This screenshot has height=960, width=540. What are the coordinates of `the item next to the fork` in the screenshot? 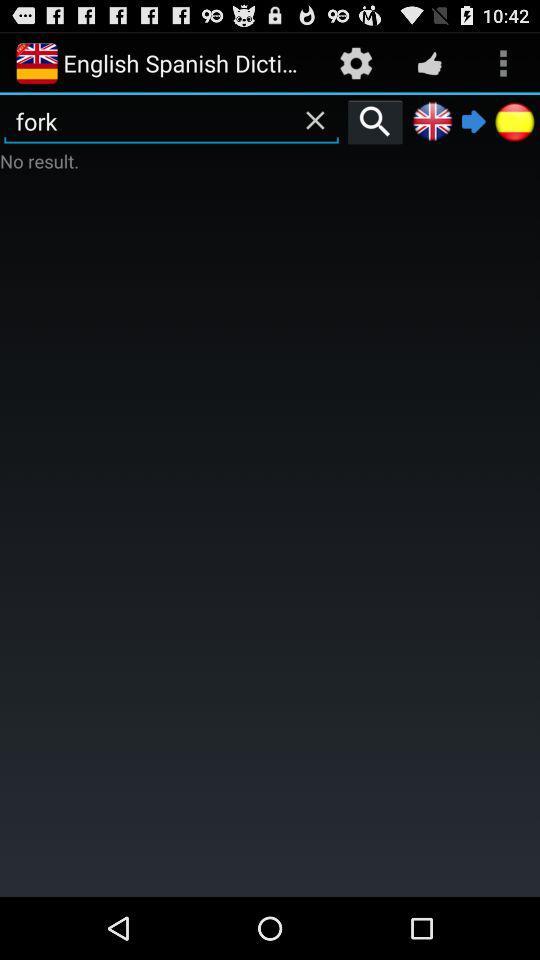 It's located at (375, 120).